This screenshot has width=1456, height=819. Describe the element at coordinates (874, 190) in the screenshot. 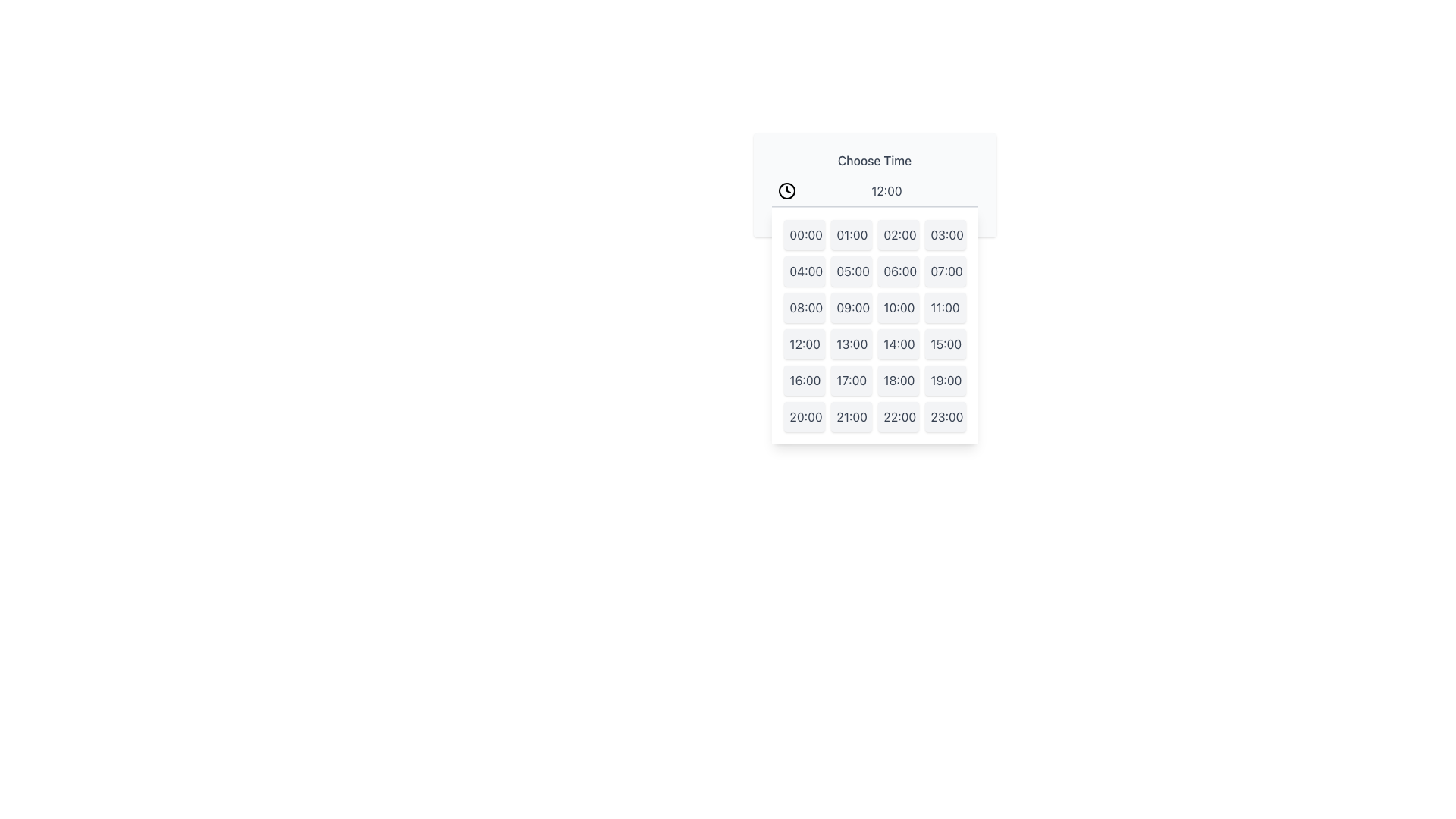

I see `the Time selector display field, which shows the time value '12:00' next to a clock icon` at that location.